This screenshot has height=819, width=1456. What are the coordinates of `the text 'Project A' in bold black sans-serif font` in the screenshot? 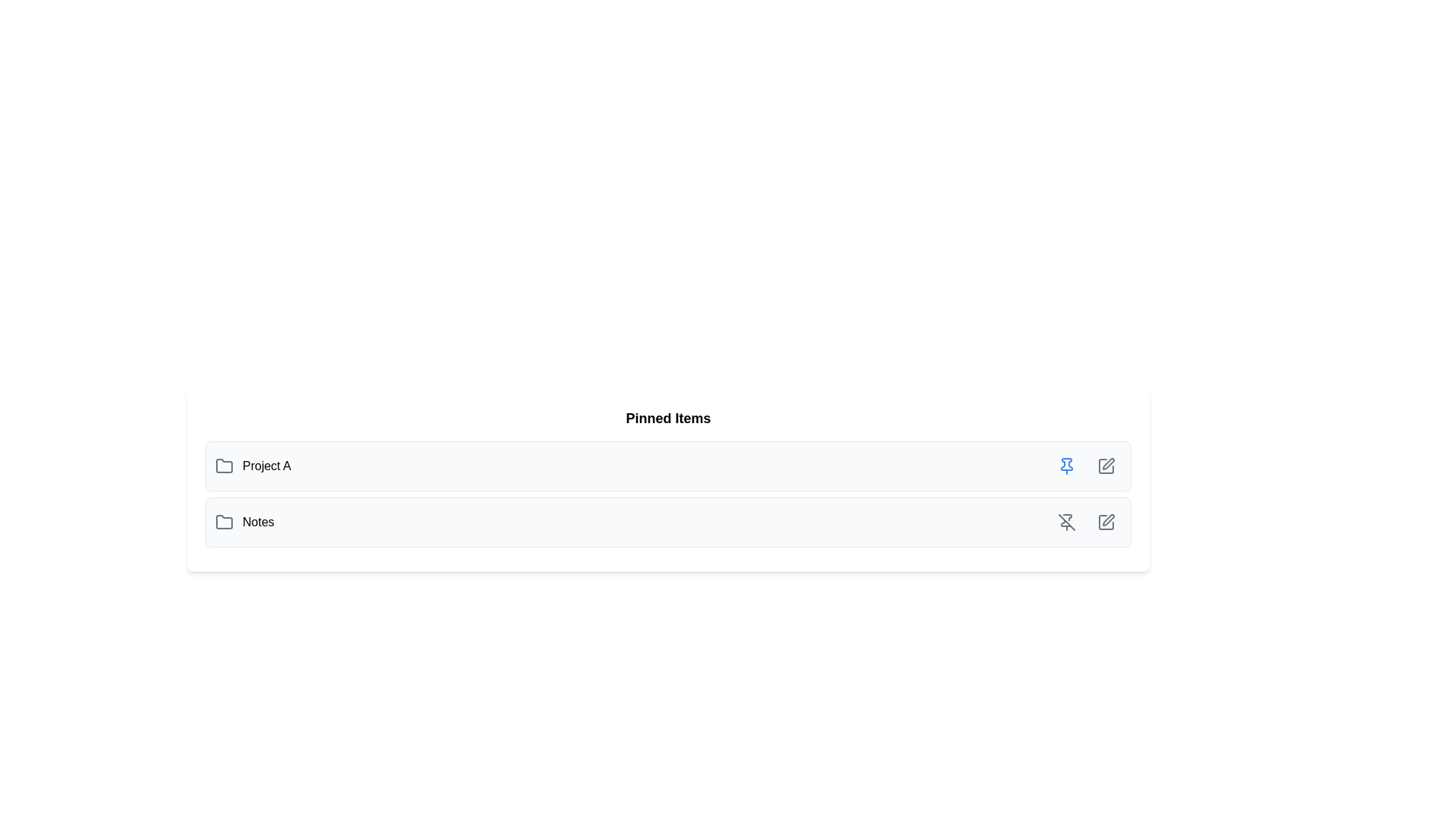 It's located at (266, 465).